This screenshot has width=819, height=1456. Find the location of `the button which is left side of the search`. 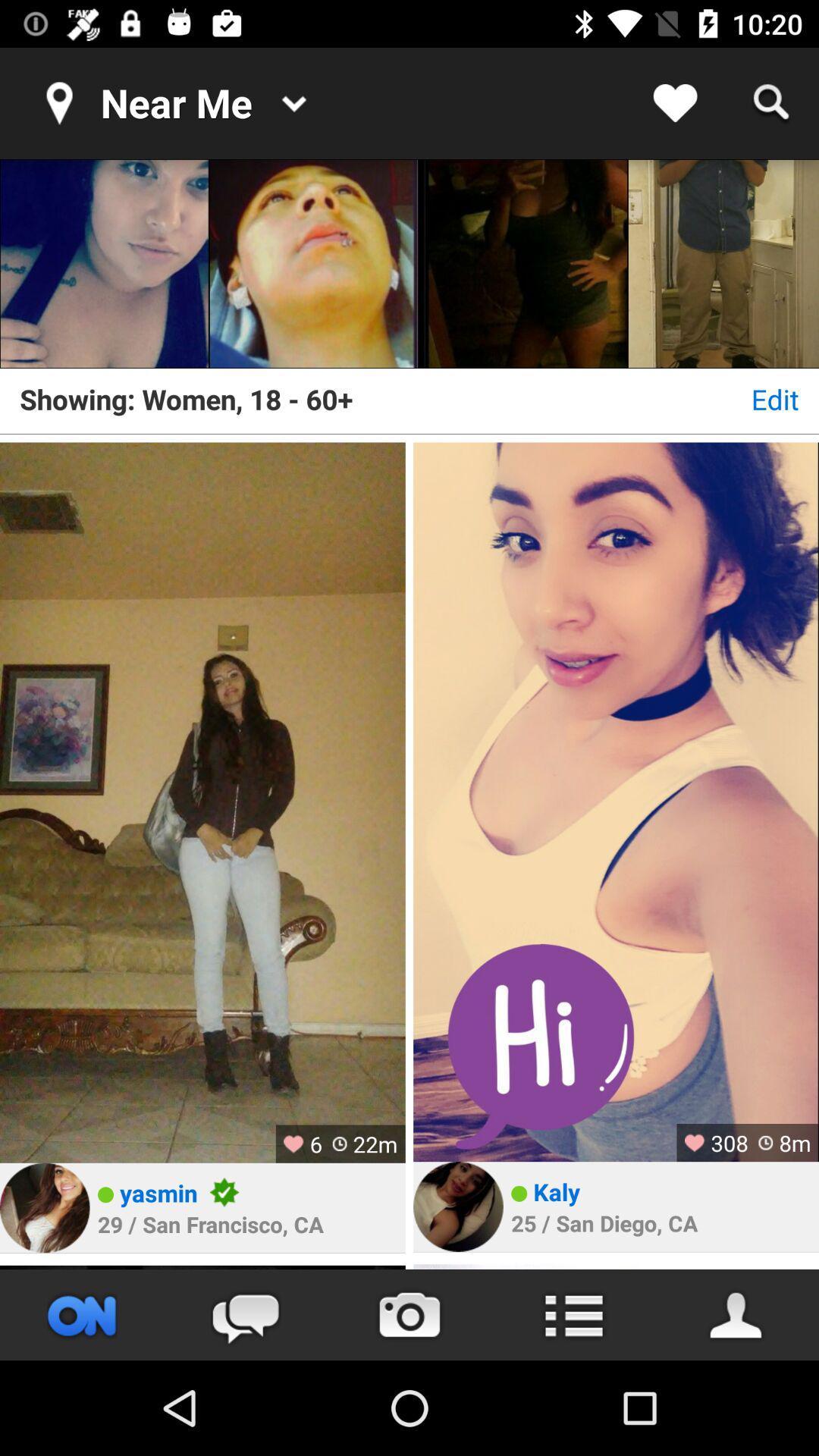

the button which is left side of the search is located at coordinates (675, 103).